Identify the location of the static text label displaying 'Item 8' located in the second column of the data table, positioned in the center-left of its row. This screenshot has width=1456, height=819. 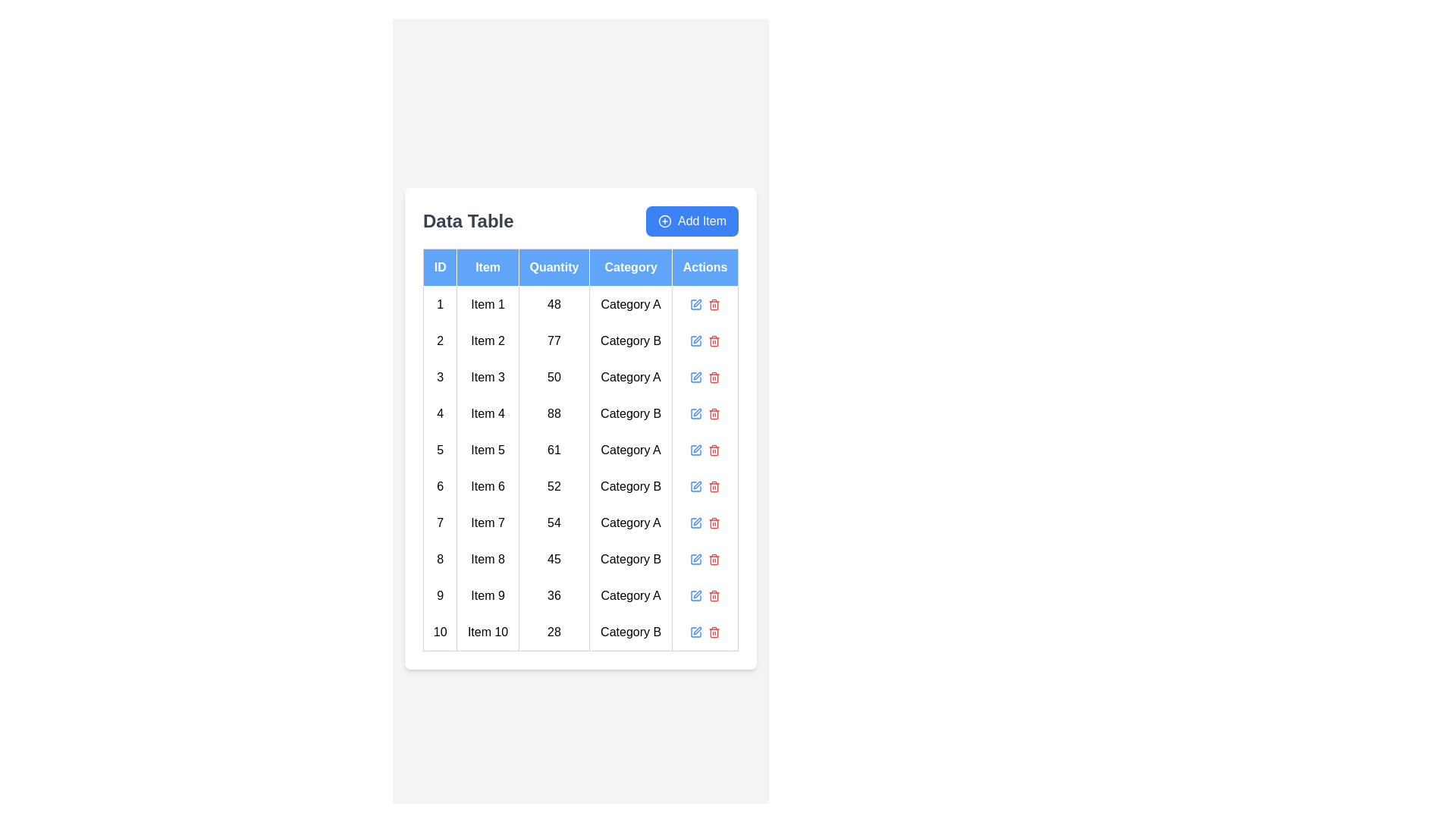
(488, 559).